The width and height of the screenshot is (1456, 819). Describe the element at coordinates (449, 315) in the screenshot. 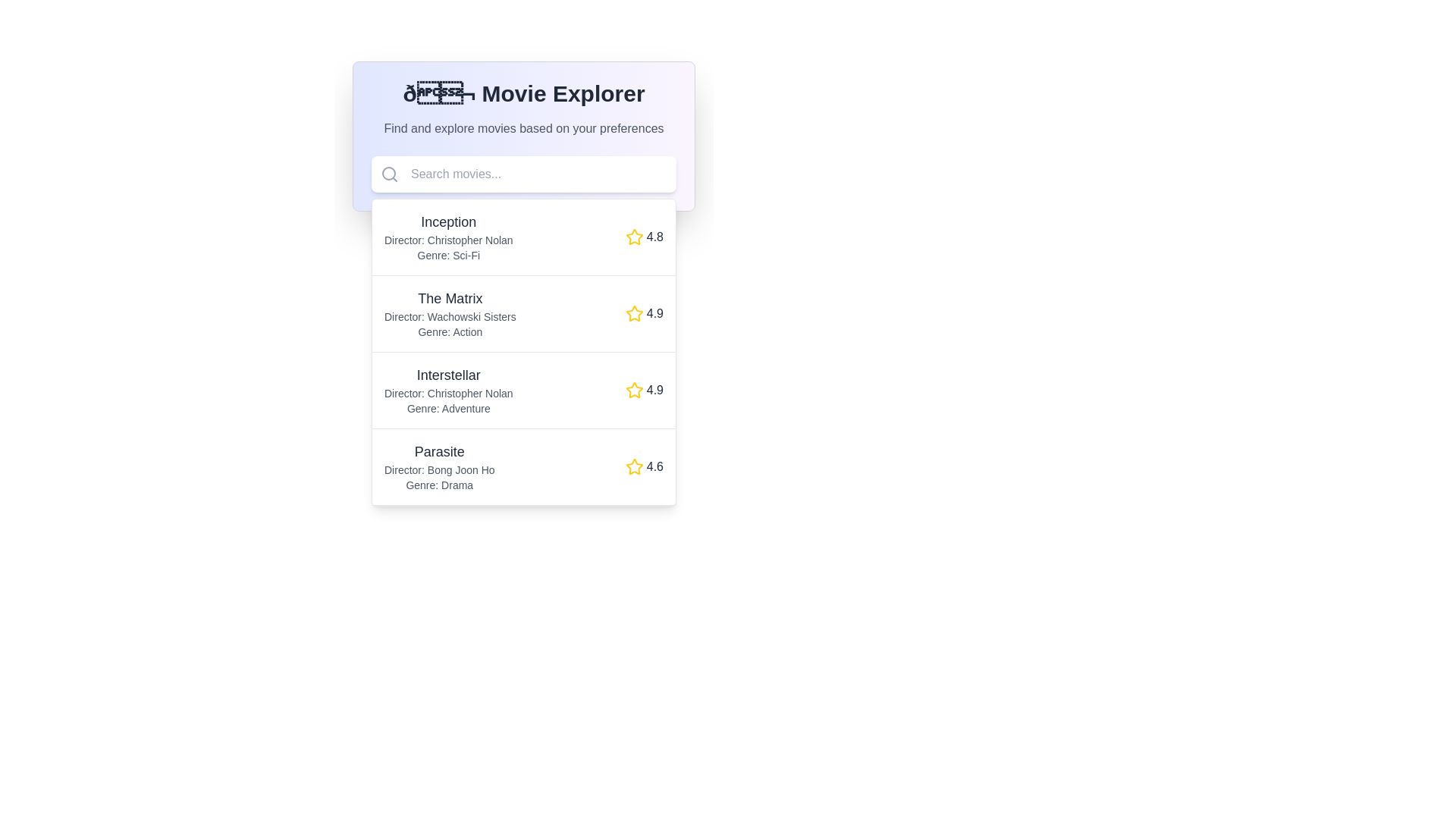

I see `the static text element that reads 'Director: Wachowski Sisters', which is located below the title 'The Matrix' and above 'Genre: Action' in the movie list` at that location.